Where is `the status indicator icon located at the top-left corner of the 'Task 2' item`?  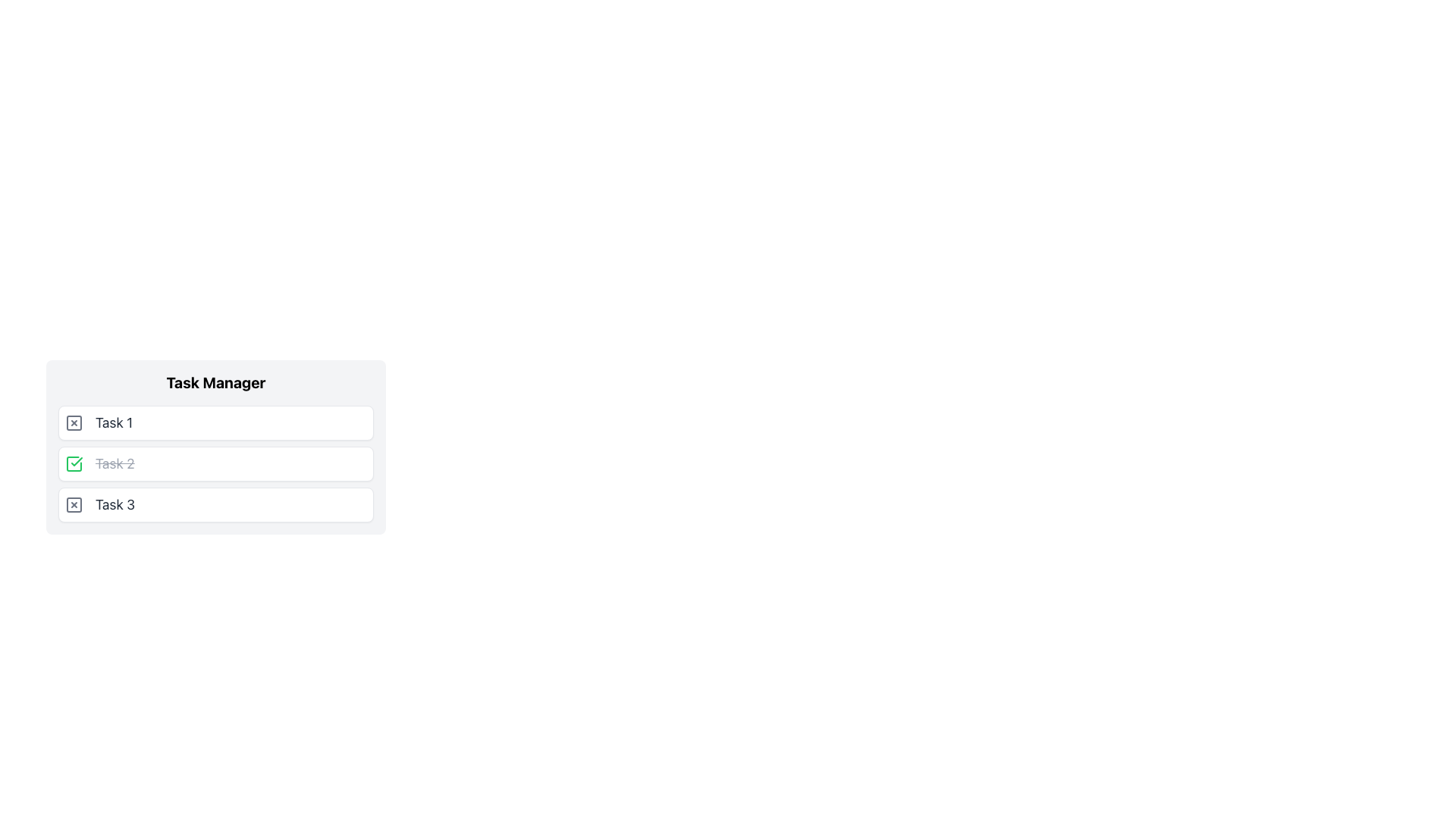 the status indicator icon located at the top-left corner of the 'Task 2' item is located at coordinates (73, 463).